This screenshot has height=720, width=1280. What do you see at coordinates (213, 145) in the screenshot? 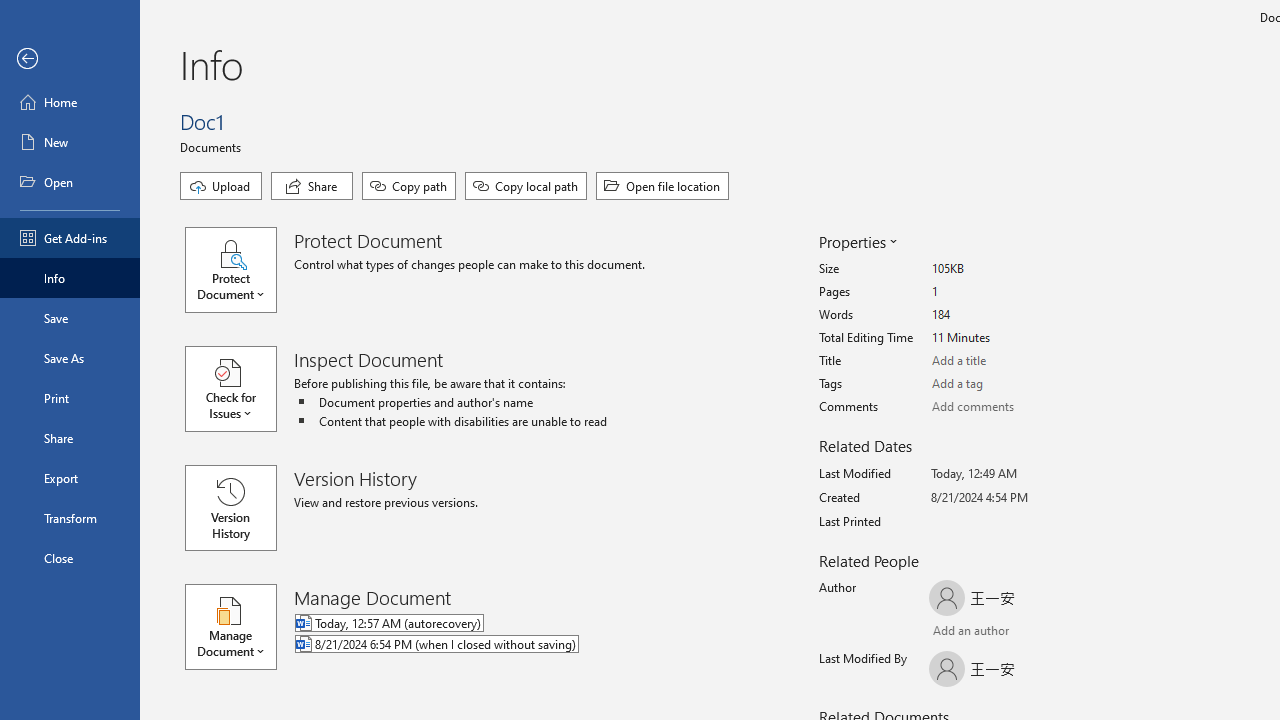
I see `'Documents'` at bounding box center [213, 145].